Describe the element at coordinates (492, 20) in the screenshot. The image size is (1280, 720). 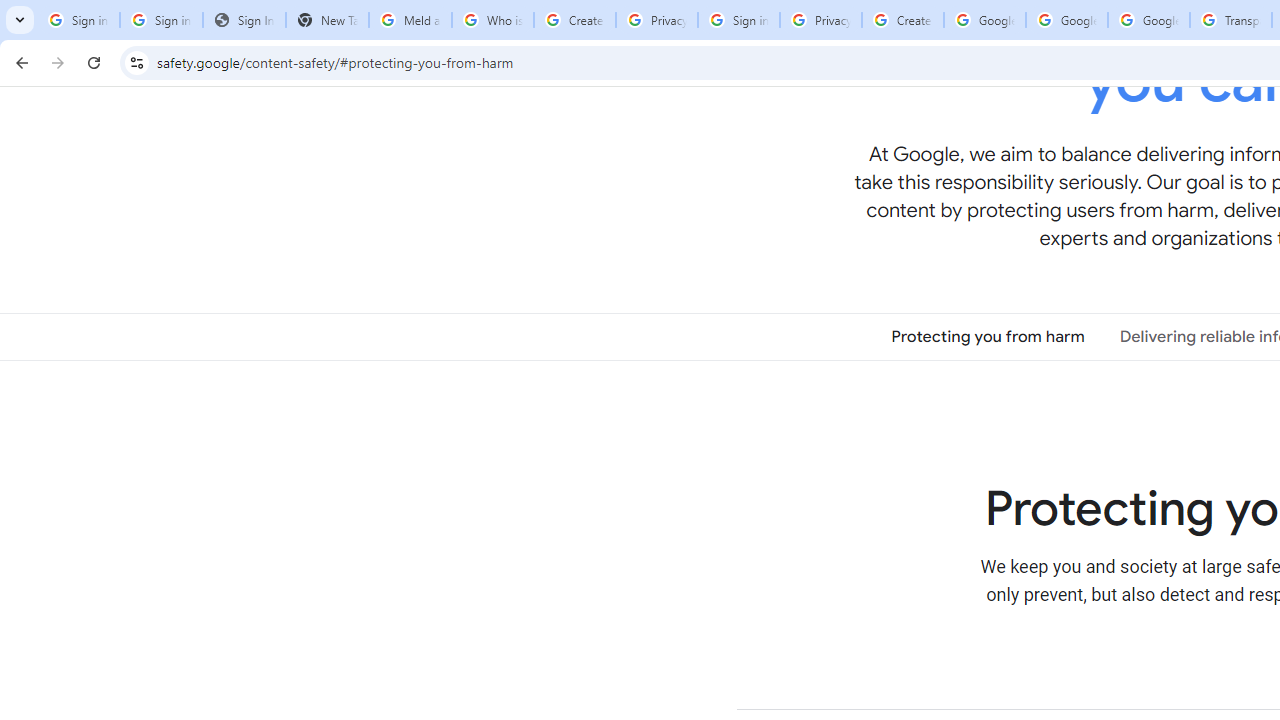
I see `'Who is my administrator? - Google Account Help'` at that location.